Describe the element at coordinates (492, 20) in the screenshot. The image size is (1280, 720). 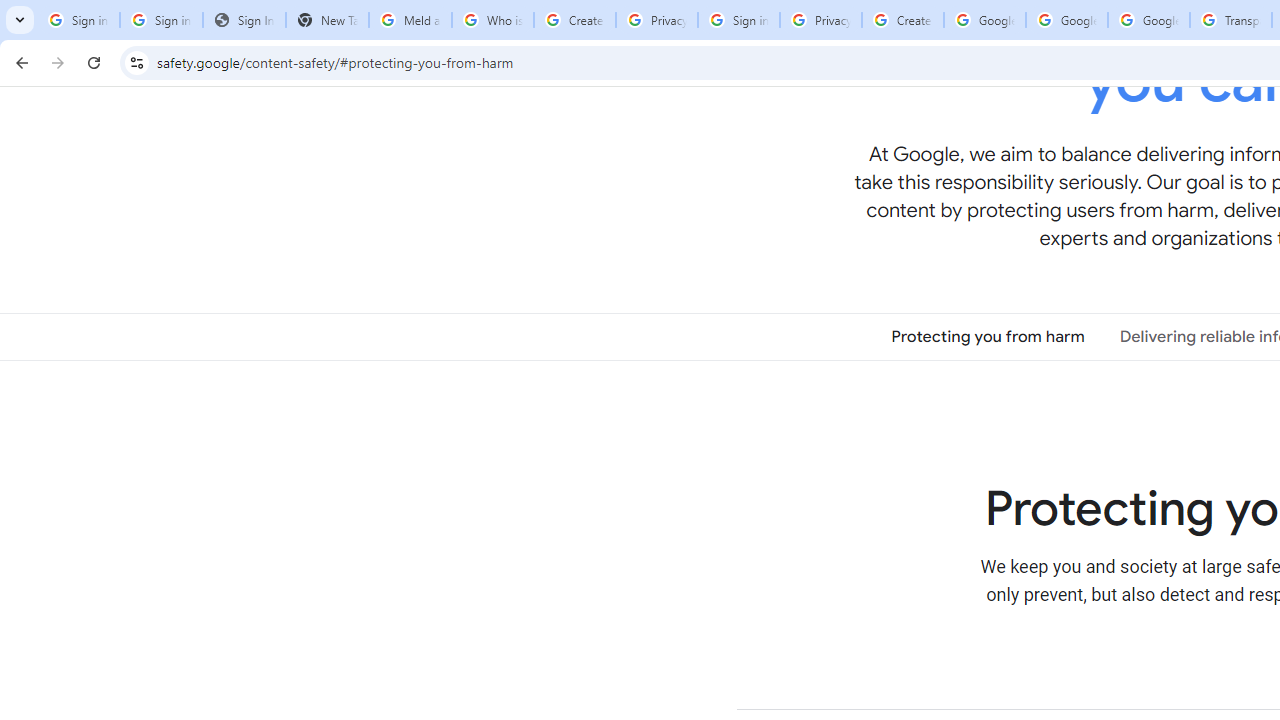
I see `'Who is my administrator? - Google Account Help'` at that location.